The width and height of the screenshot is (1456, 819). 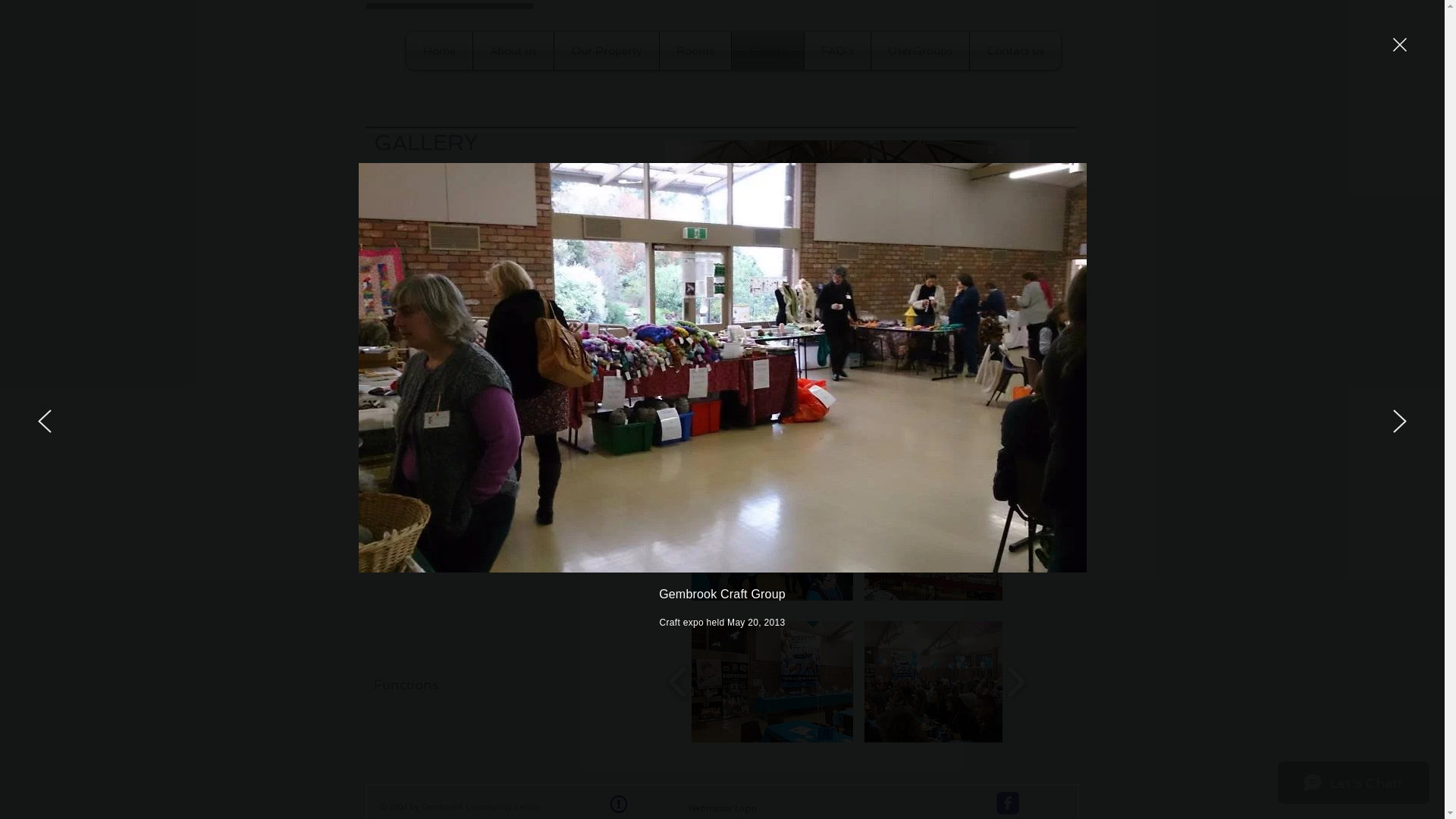 I want to click on 'Rooms', so click(x=694, y=49).